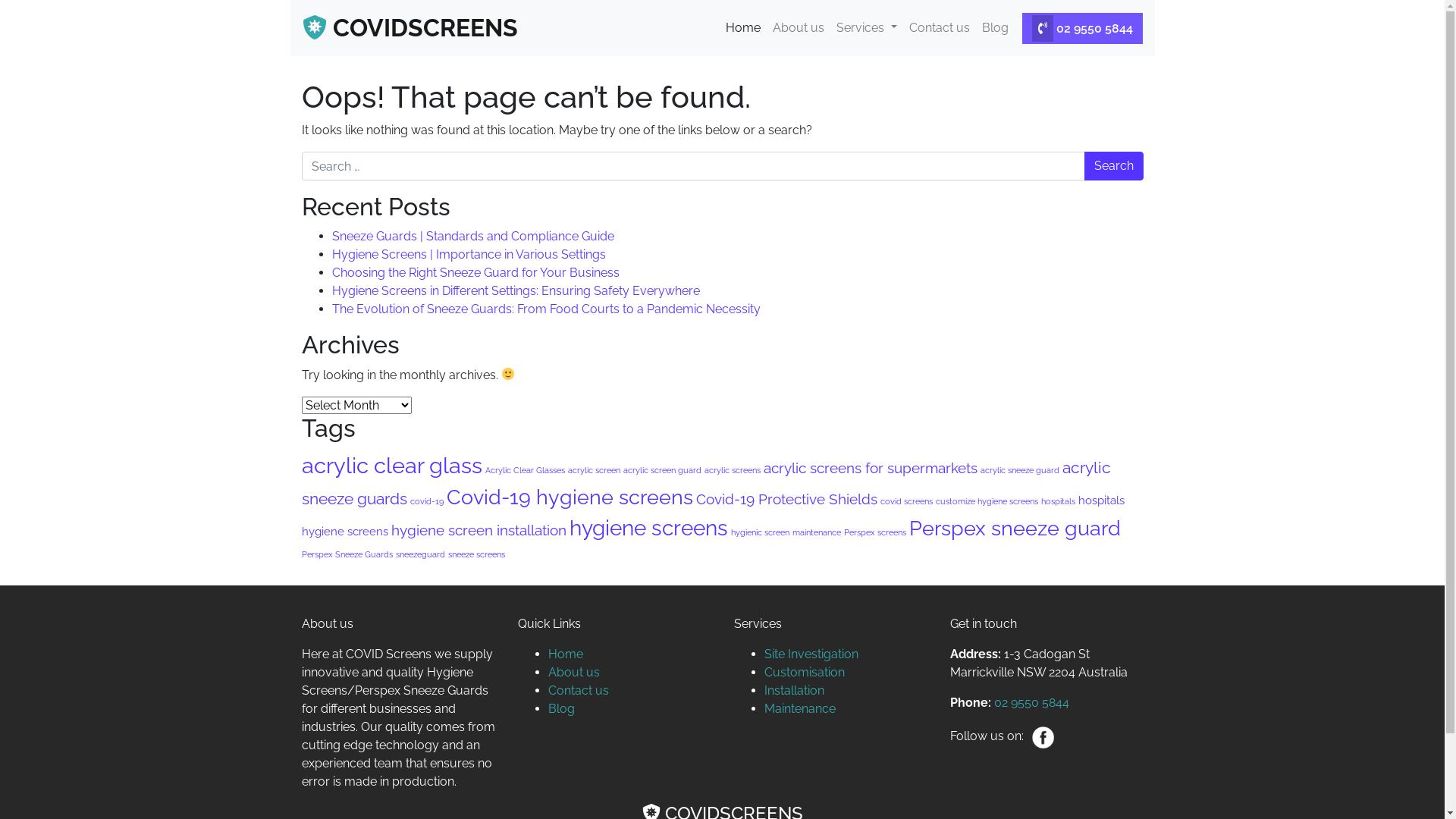 Image resolution: width=1456 pixels, height=819 pixels. What do you see at coordinates (1081, 27) in the screenshot?
I see `'02 9550 5844'` at bounding box center [1081, 27].